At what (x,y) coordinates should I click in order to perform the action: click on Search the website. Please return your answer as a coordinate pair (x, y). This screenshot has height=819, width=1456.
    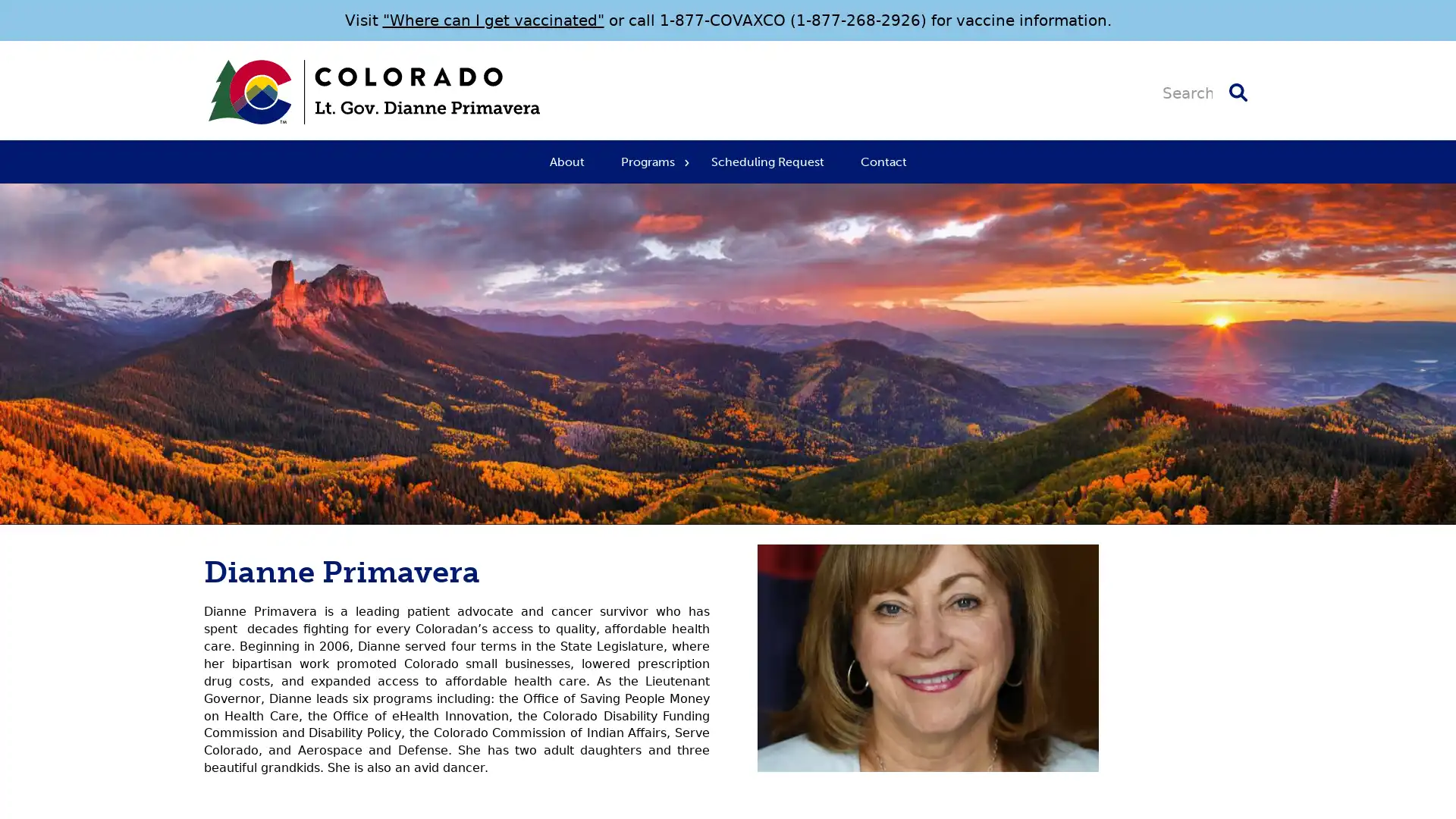
    Looking at the image, I should click on (1238, 91).